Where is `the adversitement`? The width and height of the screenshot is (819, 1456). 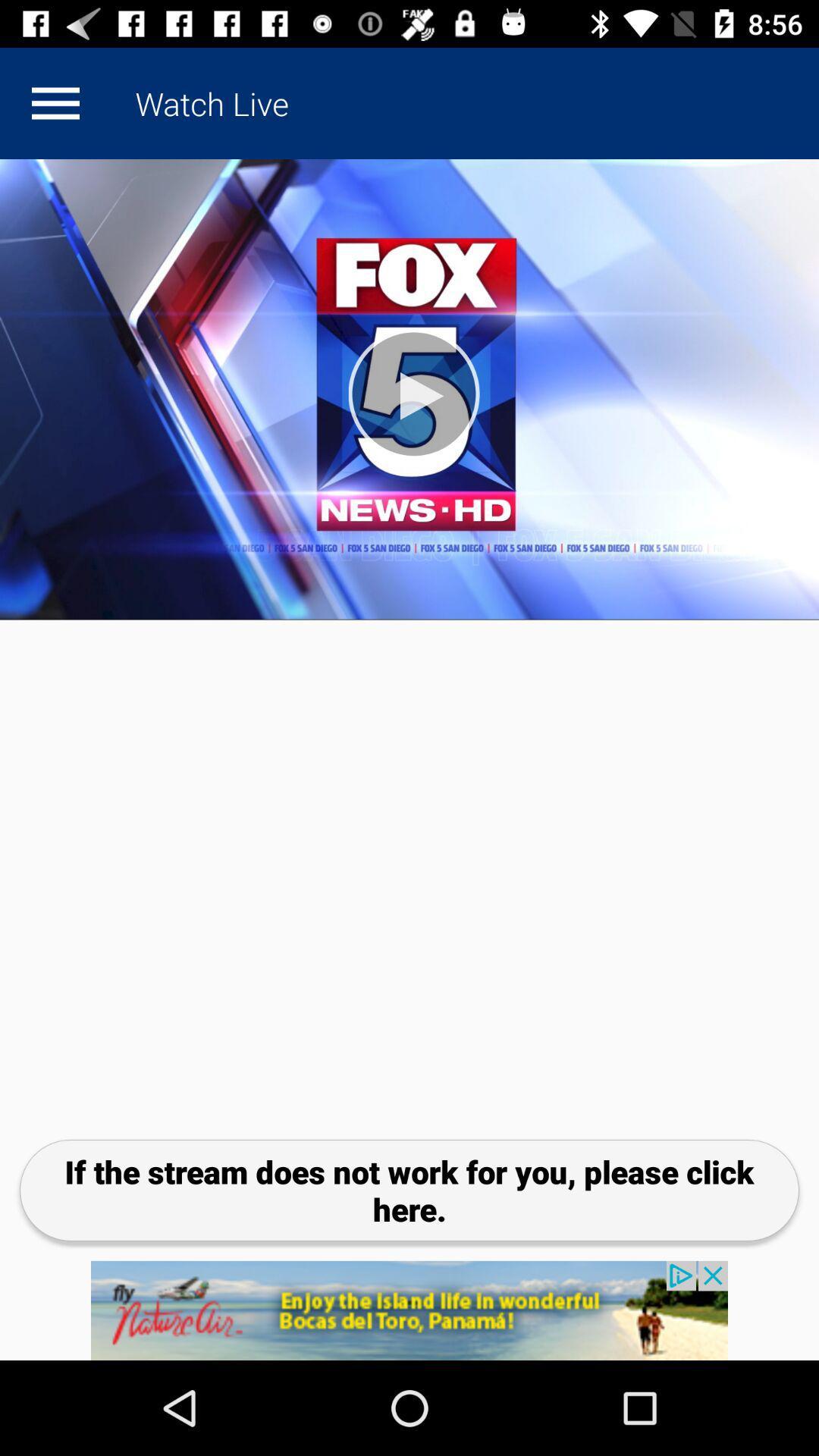 the adversitement is located at coordinates (409, 1310).